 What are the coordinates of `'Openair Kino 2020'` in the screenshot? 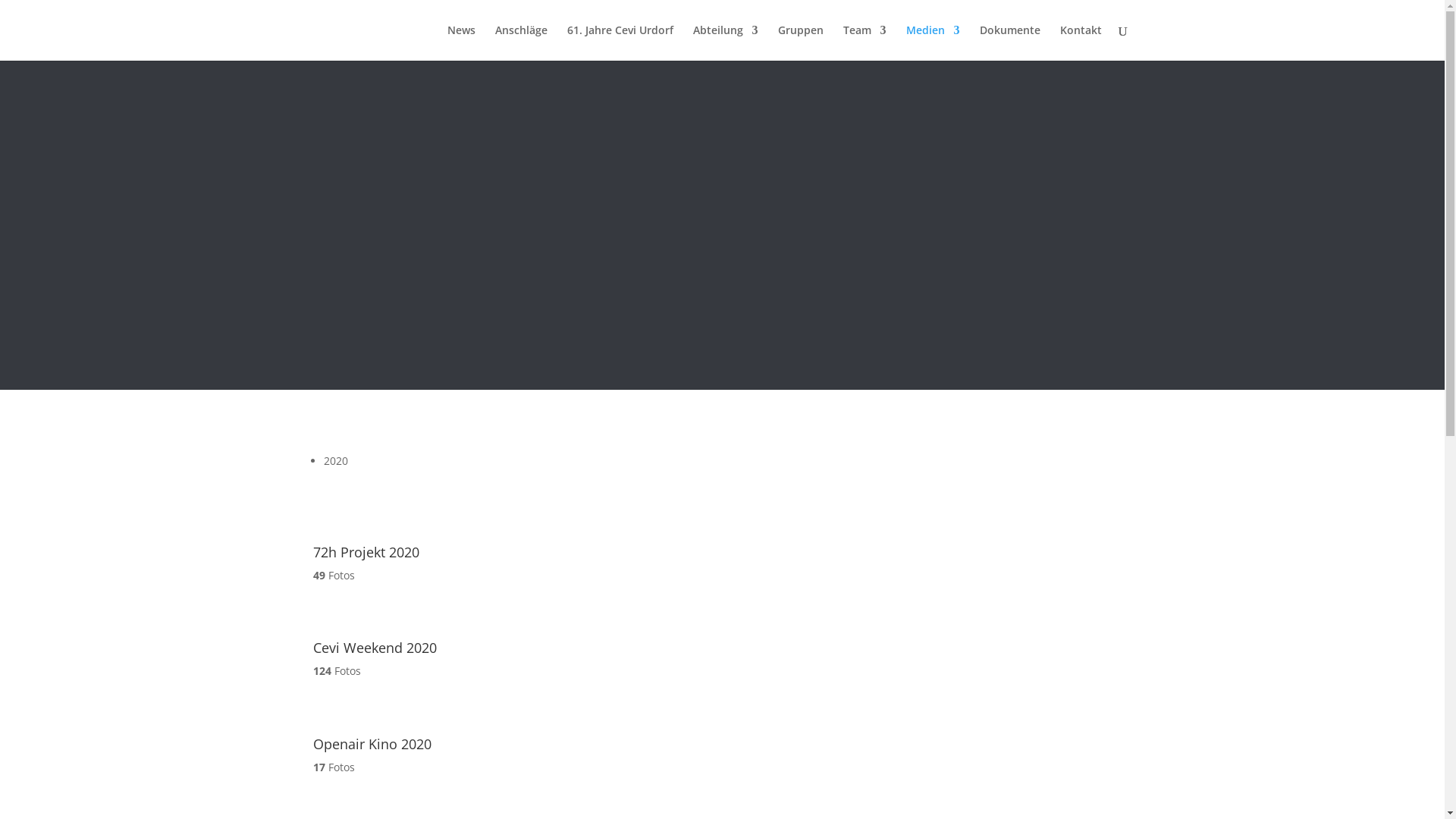 It's located at (371, 742).